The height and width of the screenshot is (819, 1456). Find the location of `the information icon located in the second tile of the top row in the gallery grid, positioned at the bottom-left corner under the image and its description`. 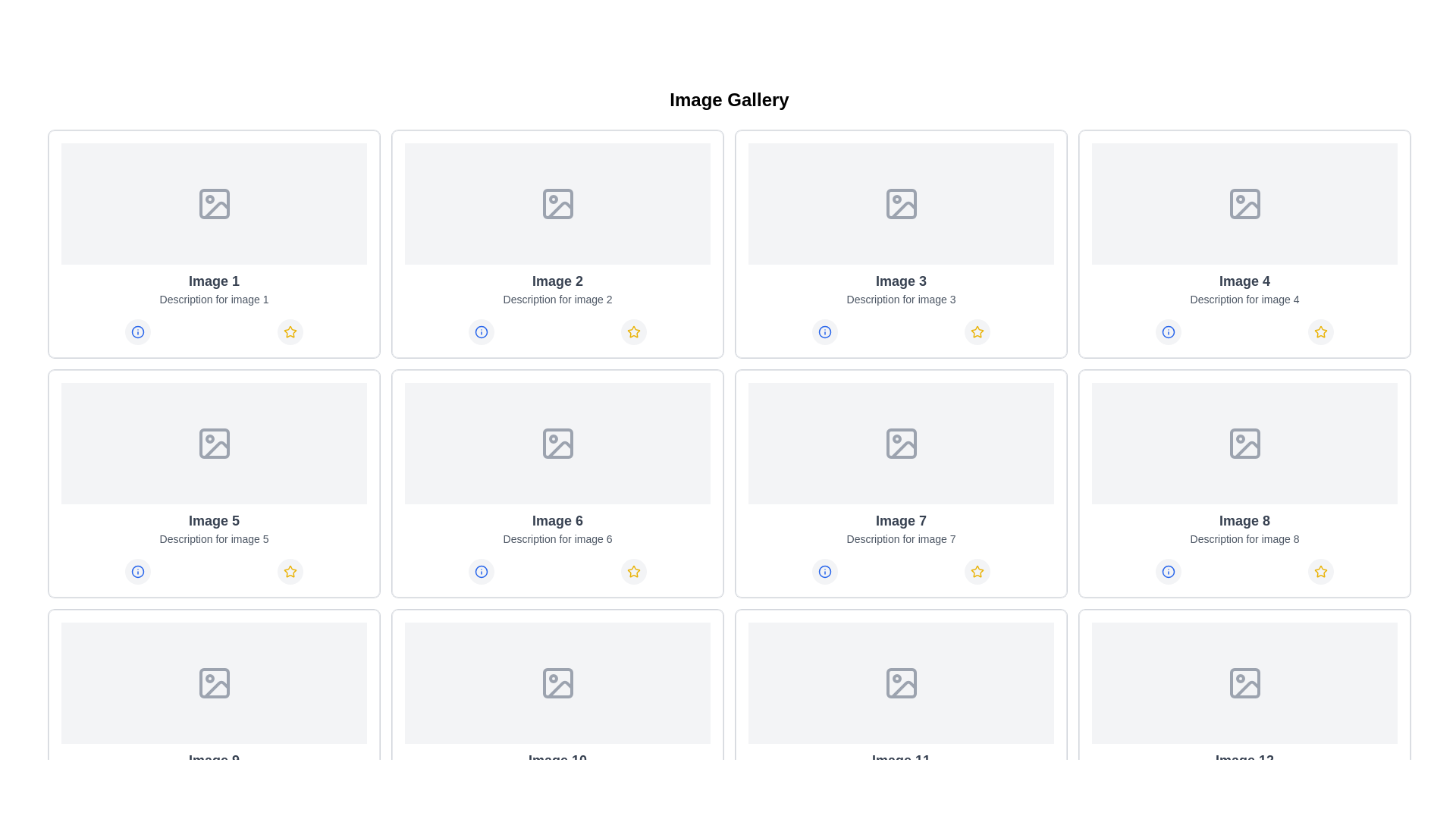

the information icon located in the second tile of the top row in the gallery grid, positioned at the bottom-left corner under the image and its description is located at coordinates (480, 331).